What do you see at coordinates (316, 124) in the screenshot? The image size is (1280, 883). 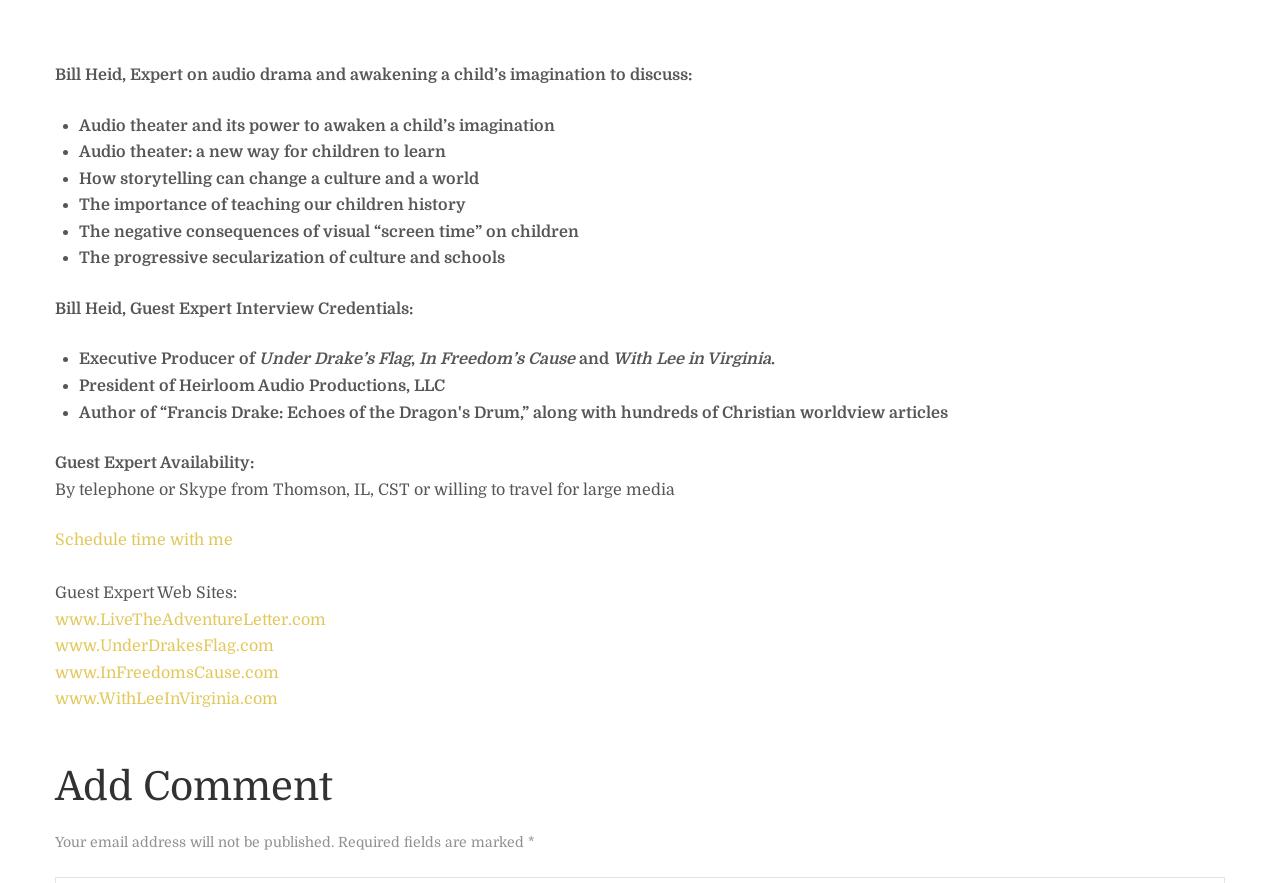 I see `'Audio theater and its power to awaken a child’s imagination'` at bounding box center [316, 124].